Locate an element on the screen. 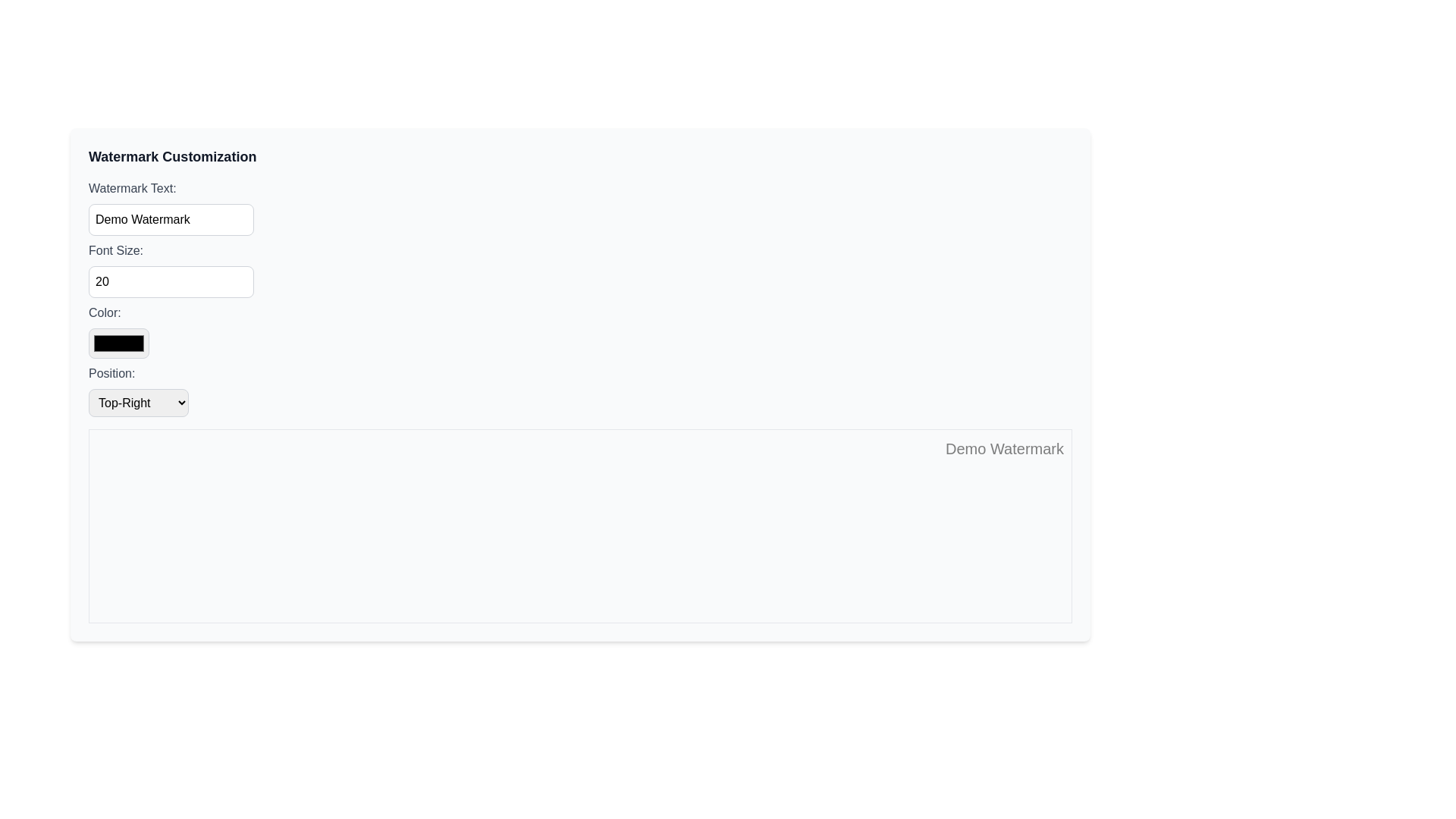 Image resolution: width=1456 pixels, height=819 pixels. the Color input field for watermark customization, allowing keyboard navigation for color selection is located at coordinates (118, 343).